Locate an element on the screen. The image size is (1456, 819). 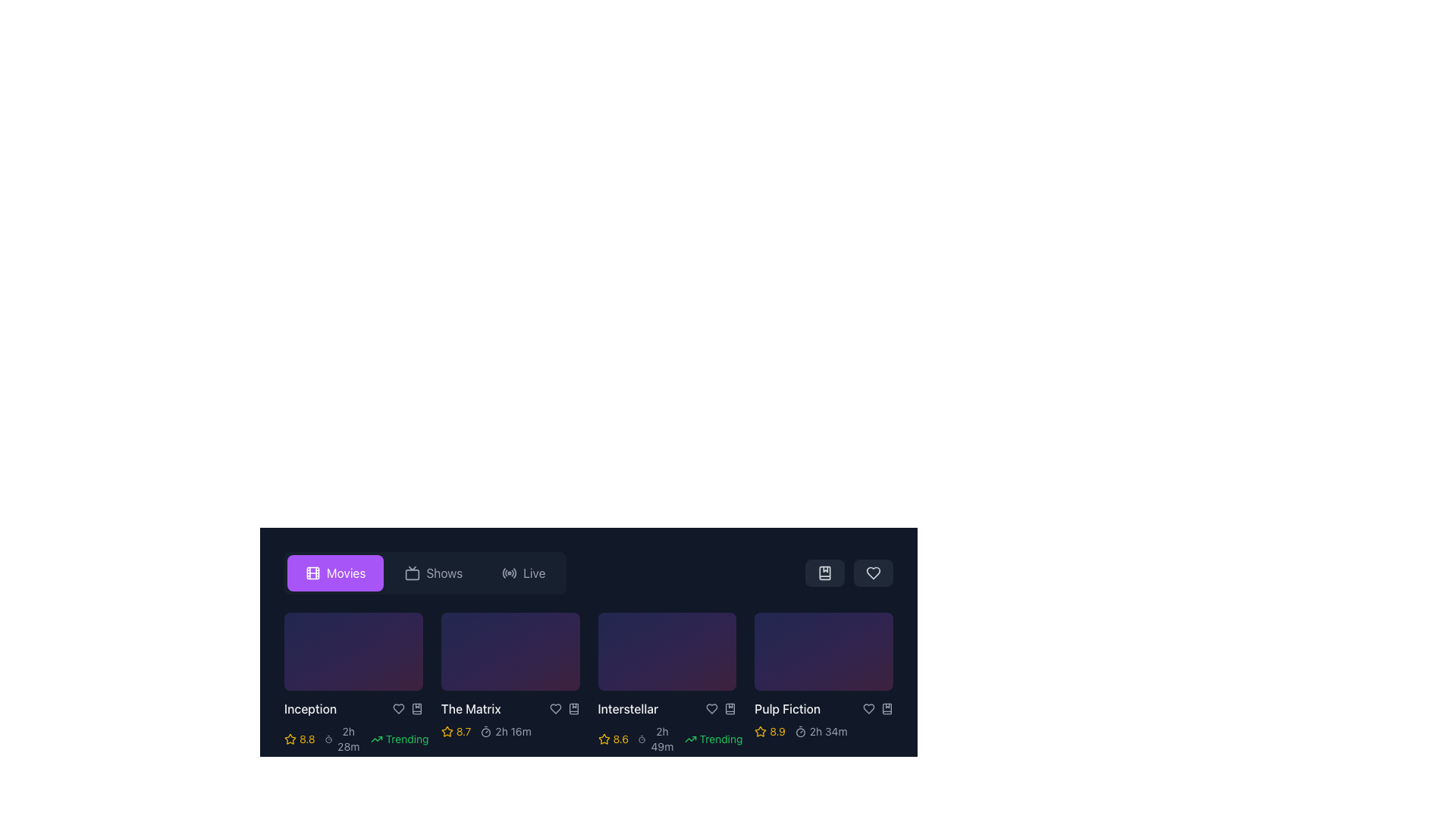
the visual appearance of the trending upward arrow icon, which is styled in a minimalistic way and located next to the text 'Trending' is located at coordinates (689, 738).